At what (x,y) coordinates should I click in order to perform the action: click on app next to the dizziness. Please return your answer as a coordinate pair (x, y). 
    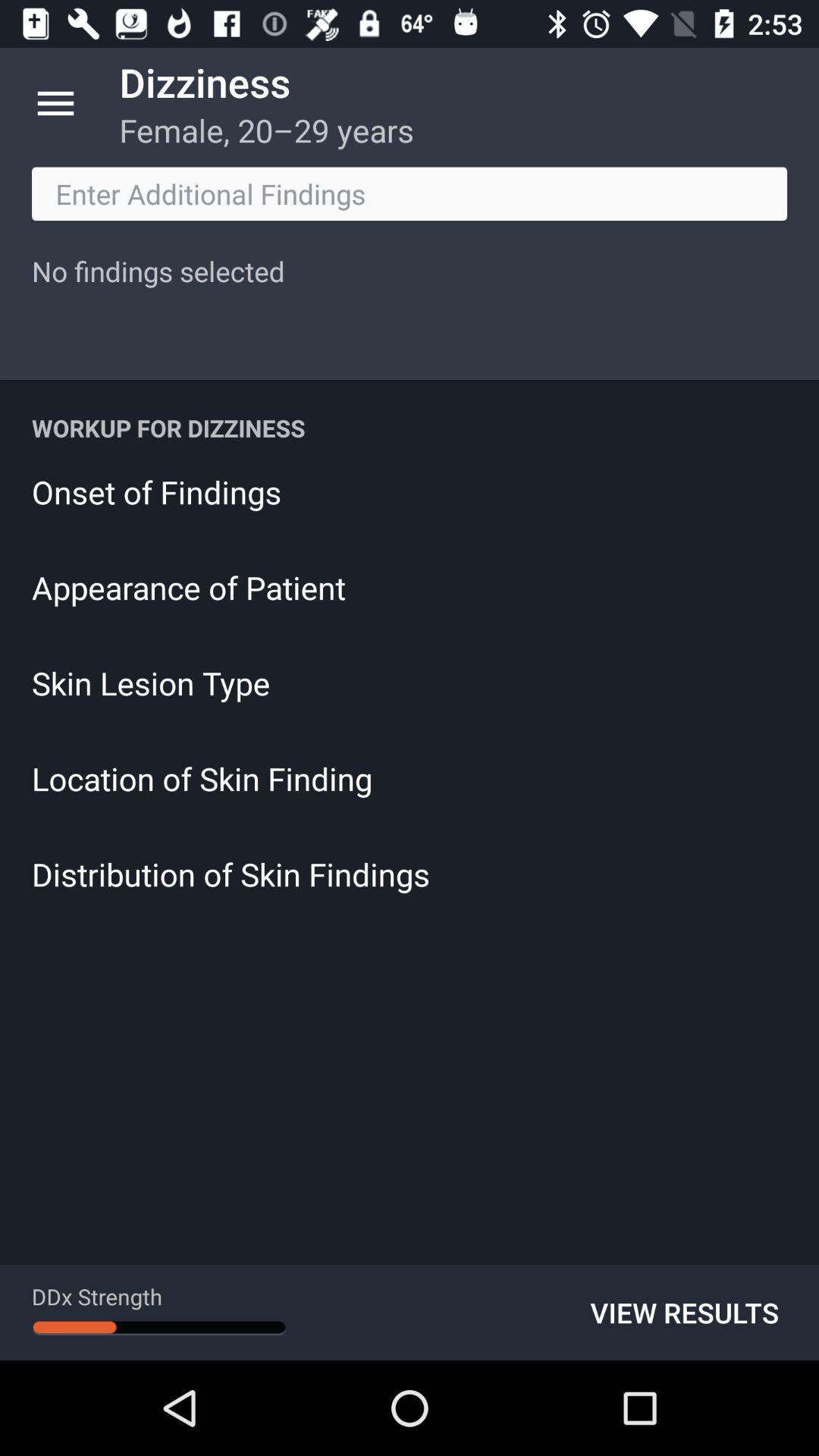
    Looking at the image, I should click on (55, 102).